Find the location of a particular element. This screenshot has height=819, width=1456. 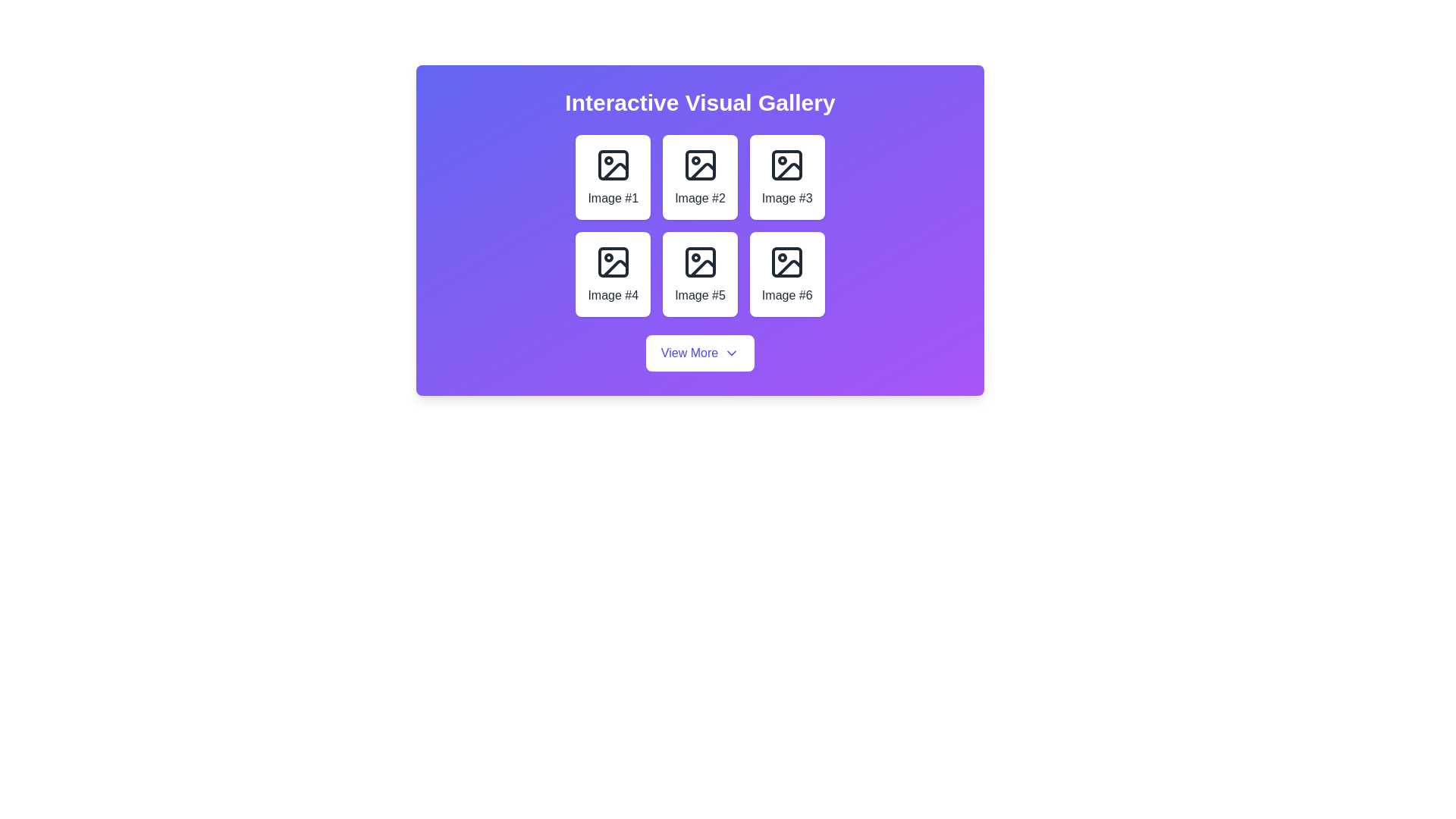

the gallery cell containing the sixth image icon in the grid layout is located at coordinates (789, 268).